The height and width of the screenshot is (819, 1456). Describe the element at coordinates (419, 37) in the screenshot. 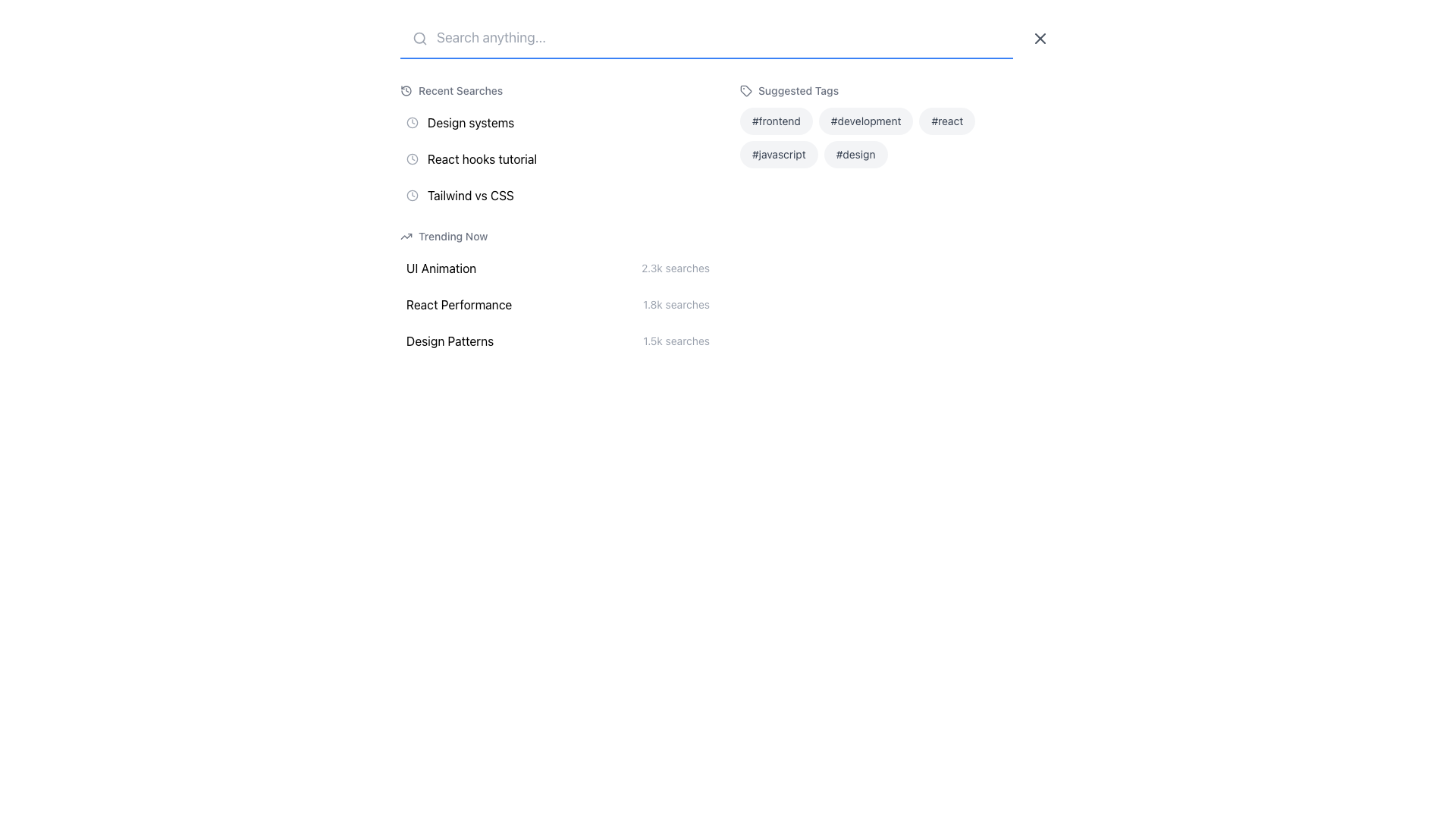

I see `the Search Icon located at the left side of the search bar, vertically aligned in the middle of the input area` at that location.